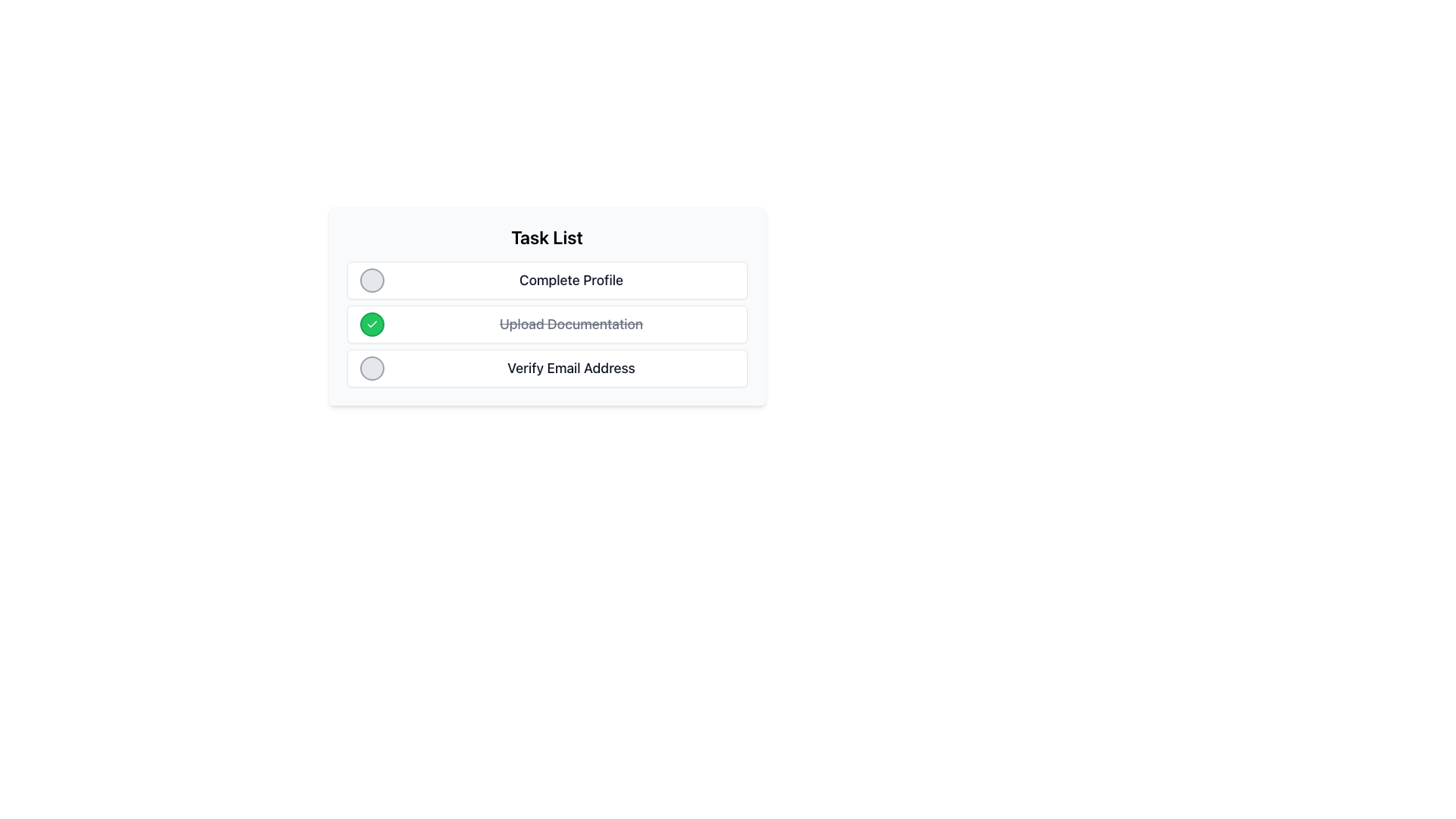  Describe the element at coordinates (546, 281) in the screenshot. I see `the first Task item card in the 'Task List' that contains the text 'Complete Profile' and a circular icon` at that location.